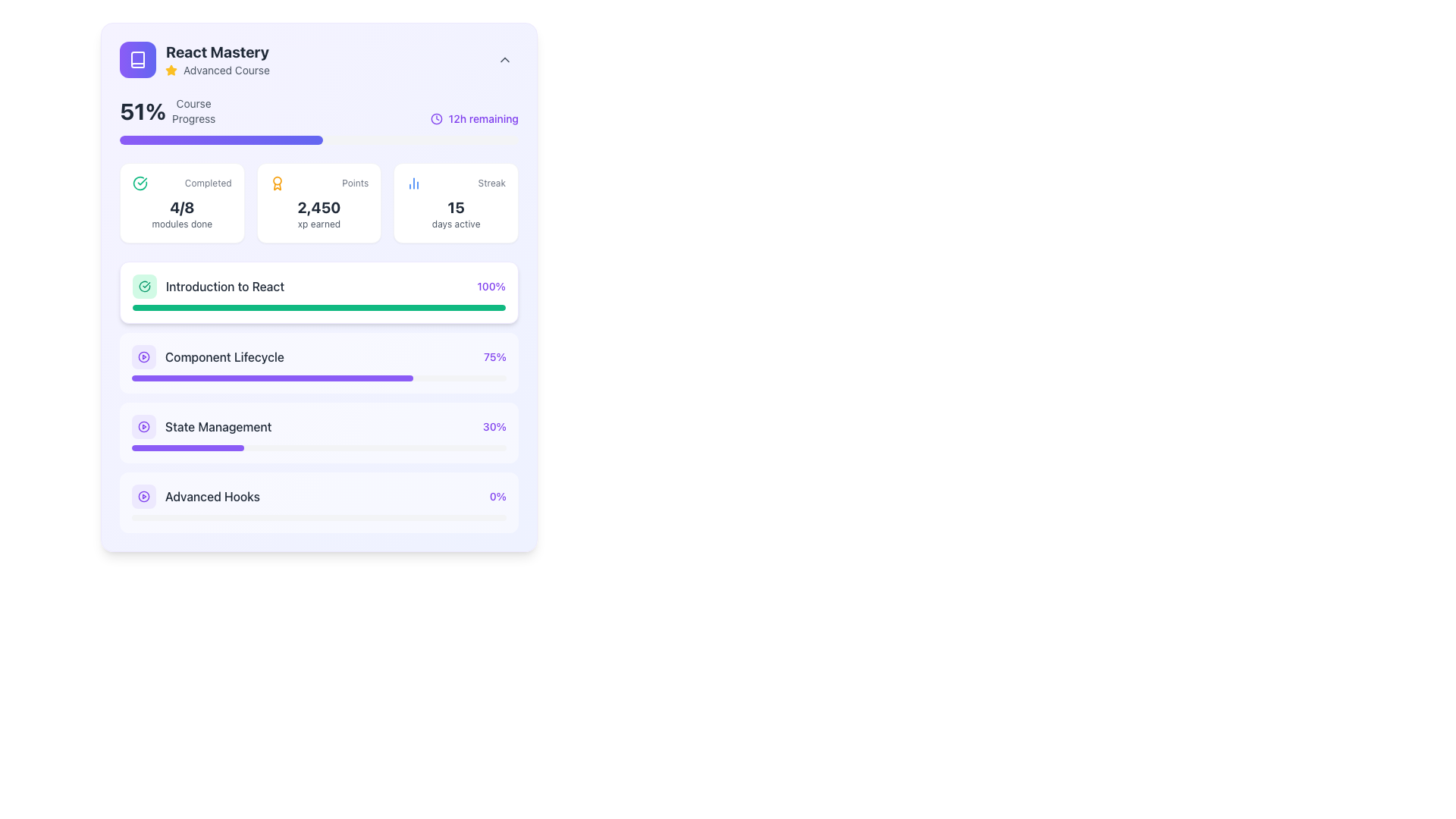 The width and height of the screenshot is (1456, 819). I want to click on the text label that serves as a descriptor for the dashboard section, located at the top-left of the card layout above the progress bar, so click(193, 103).